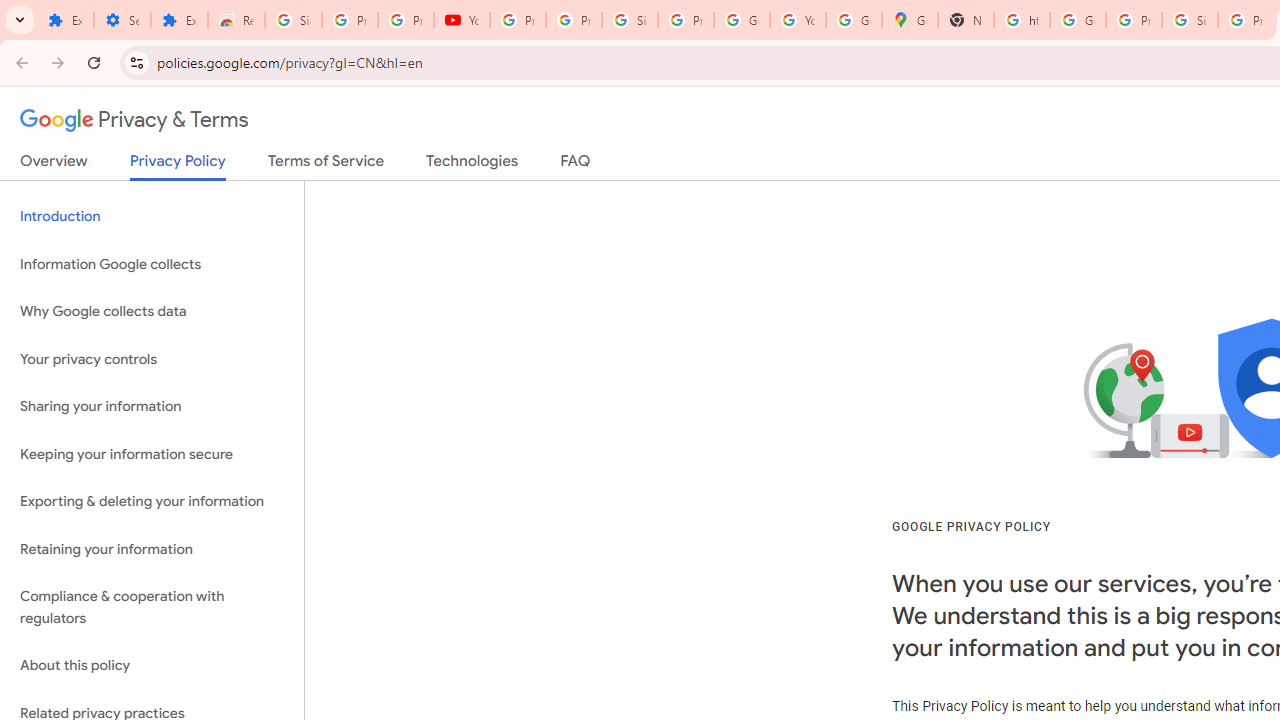 The image size is (1280, 720). Describe the element at coordinates (966, 20) in the screenshot. I see `'New Tab'` at that location.